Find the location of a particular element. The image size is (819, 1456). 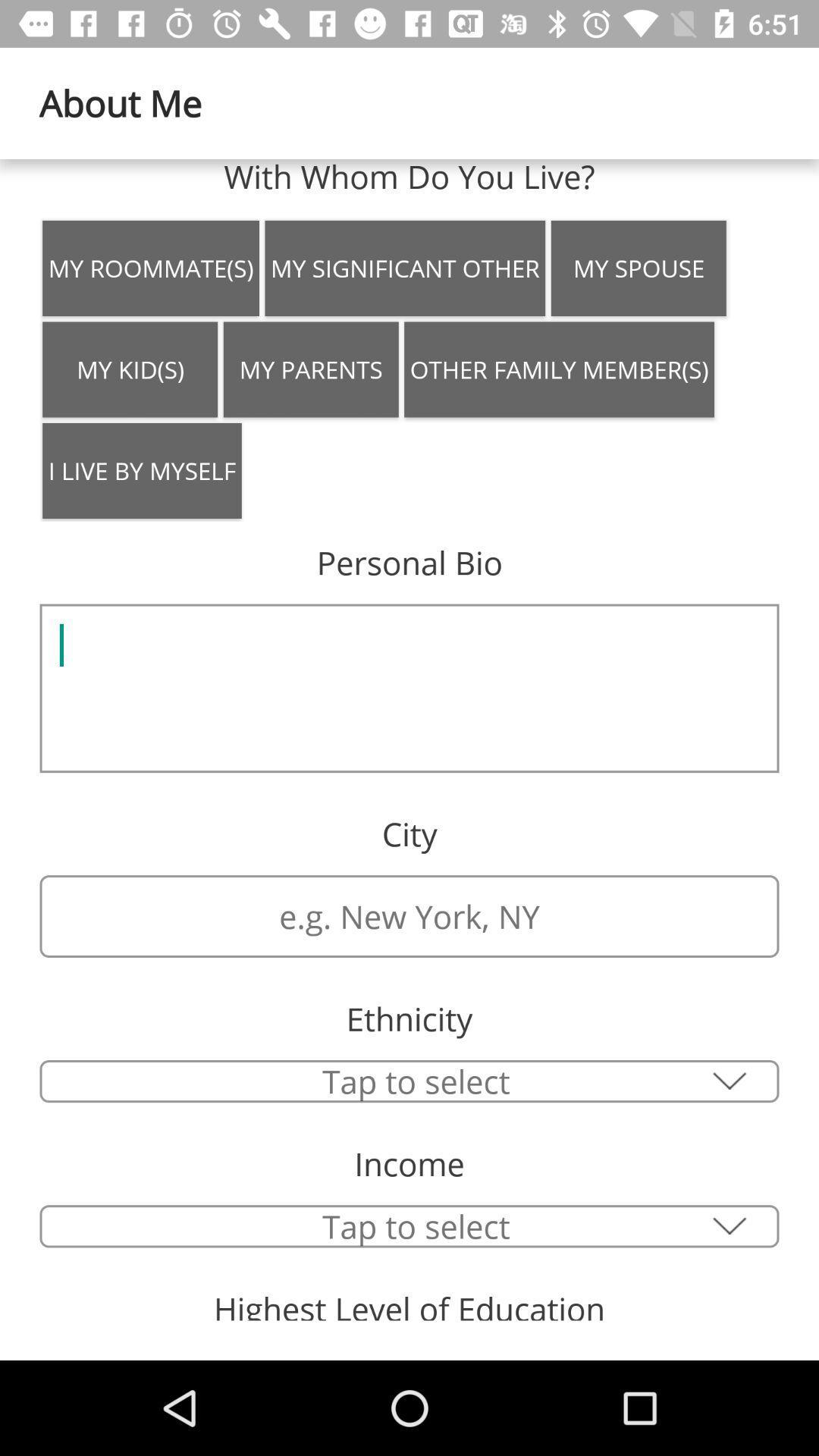

icon above other family member is located at coordinates (639, 268).